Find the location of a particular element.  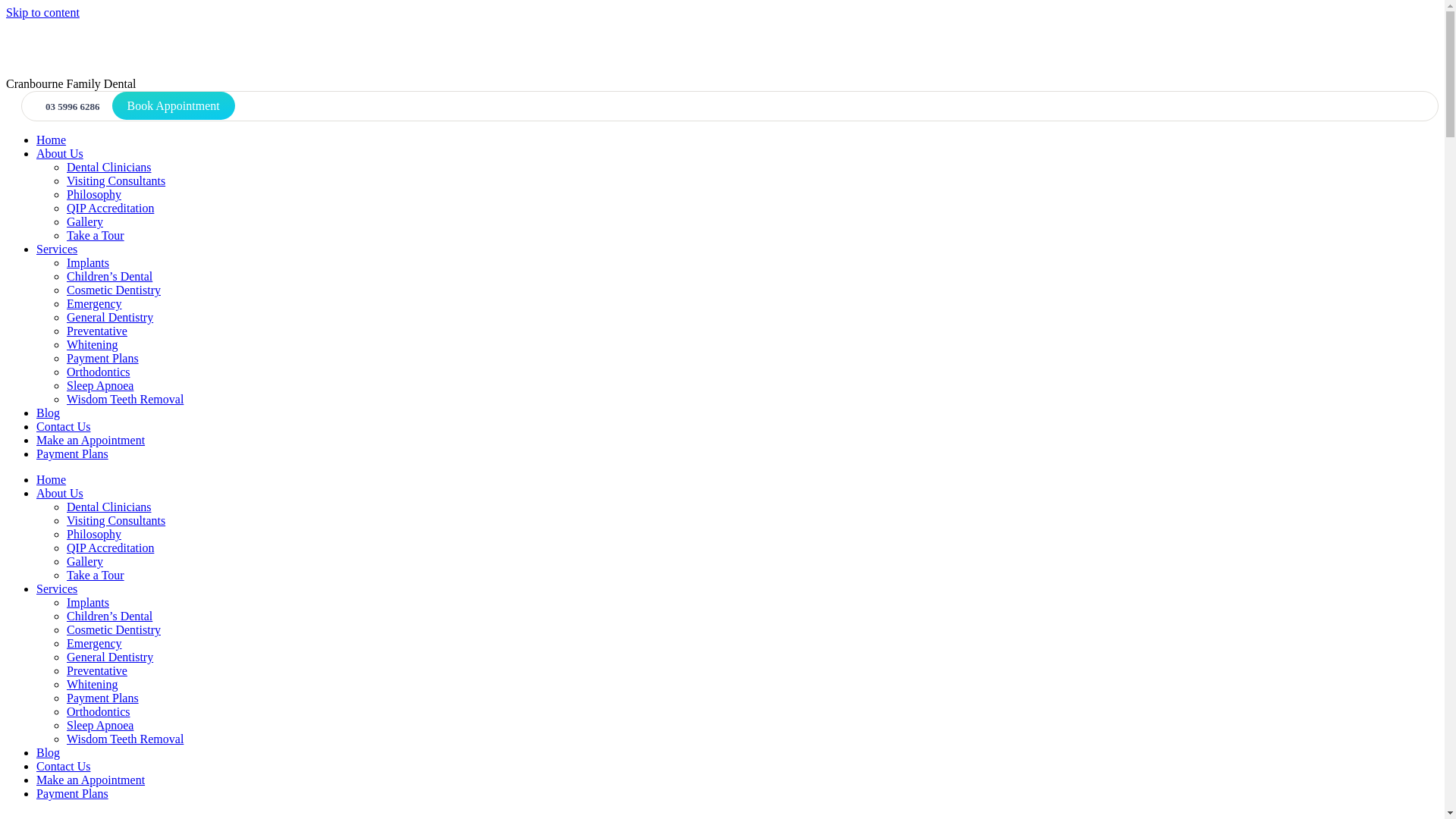

'Dental Clinicians' is located at coordinates (65, 167).